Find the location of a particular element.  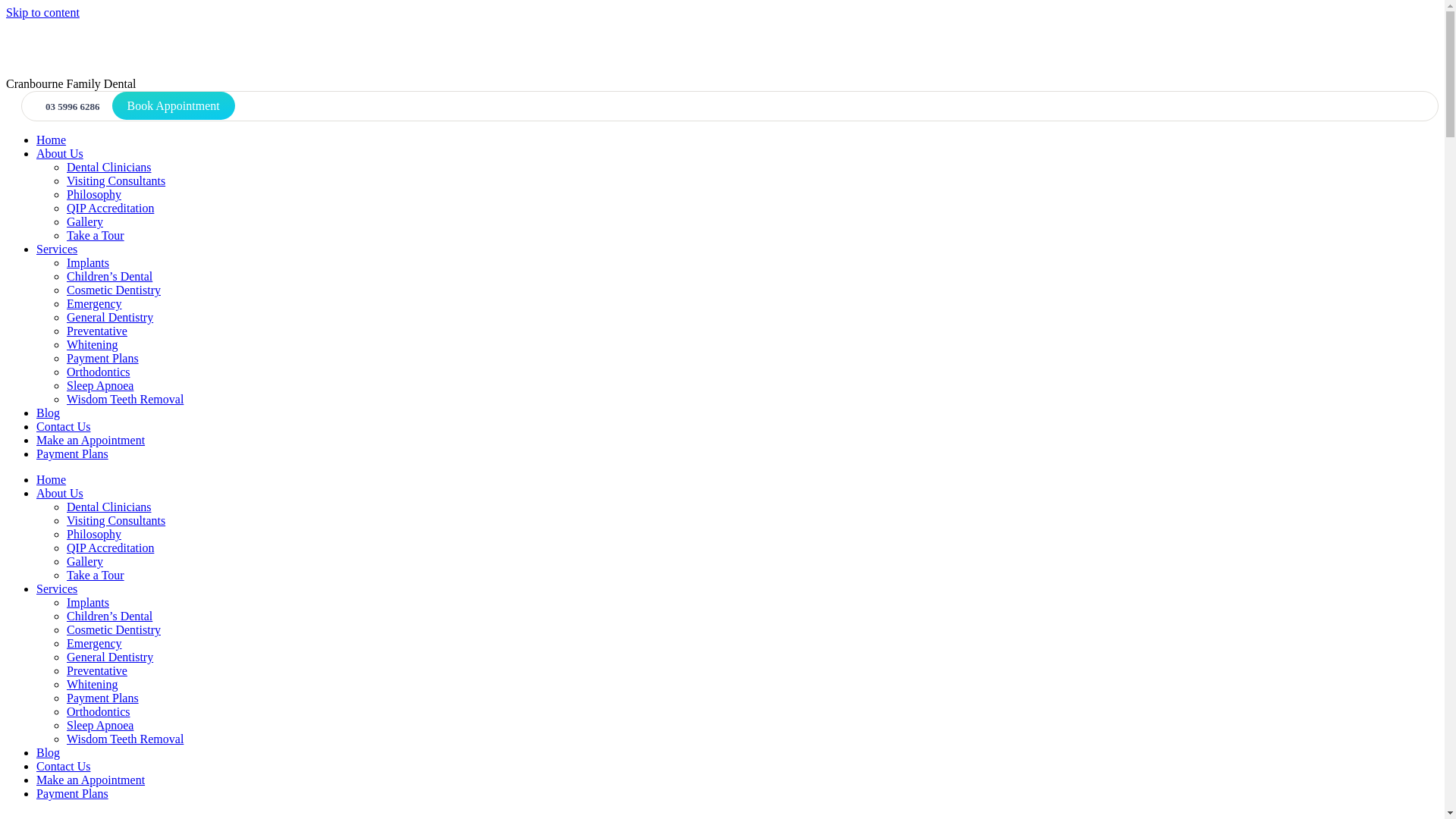

'Dental Clinicians' is located at coordinates (65, 167).